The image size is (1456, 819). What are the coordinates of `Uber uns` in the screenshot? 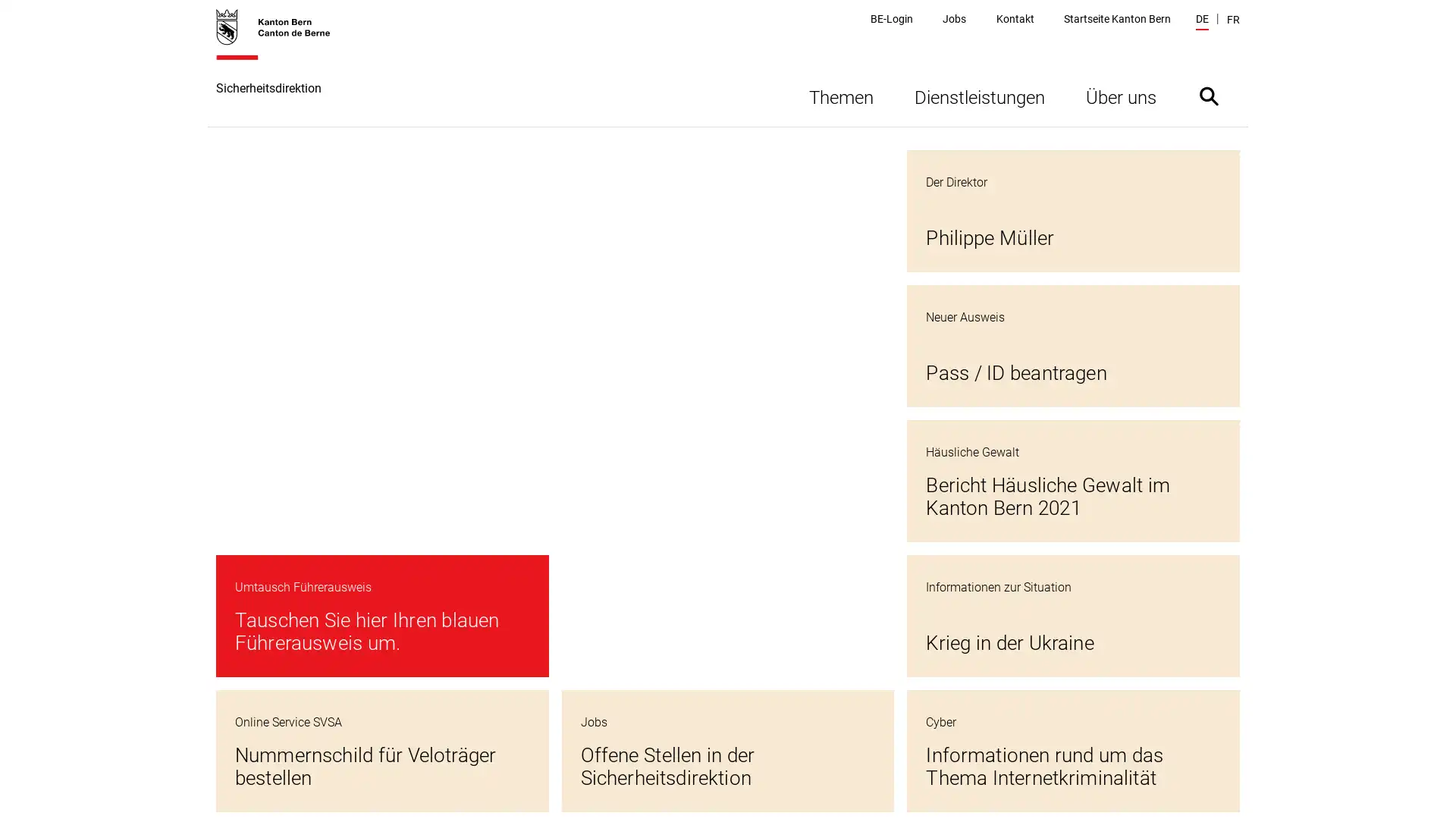 It's located at (1121, 97).